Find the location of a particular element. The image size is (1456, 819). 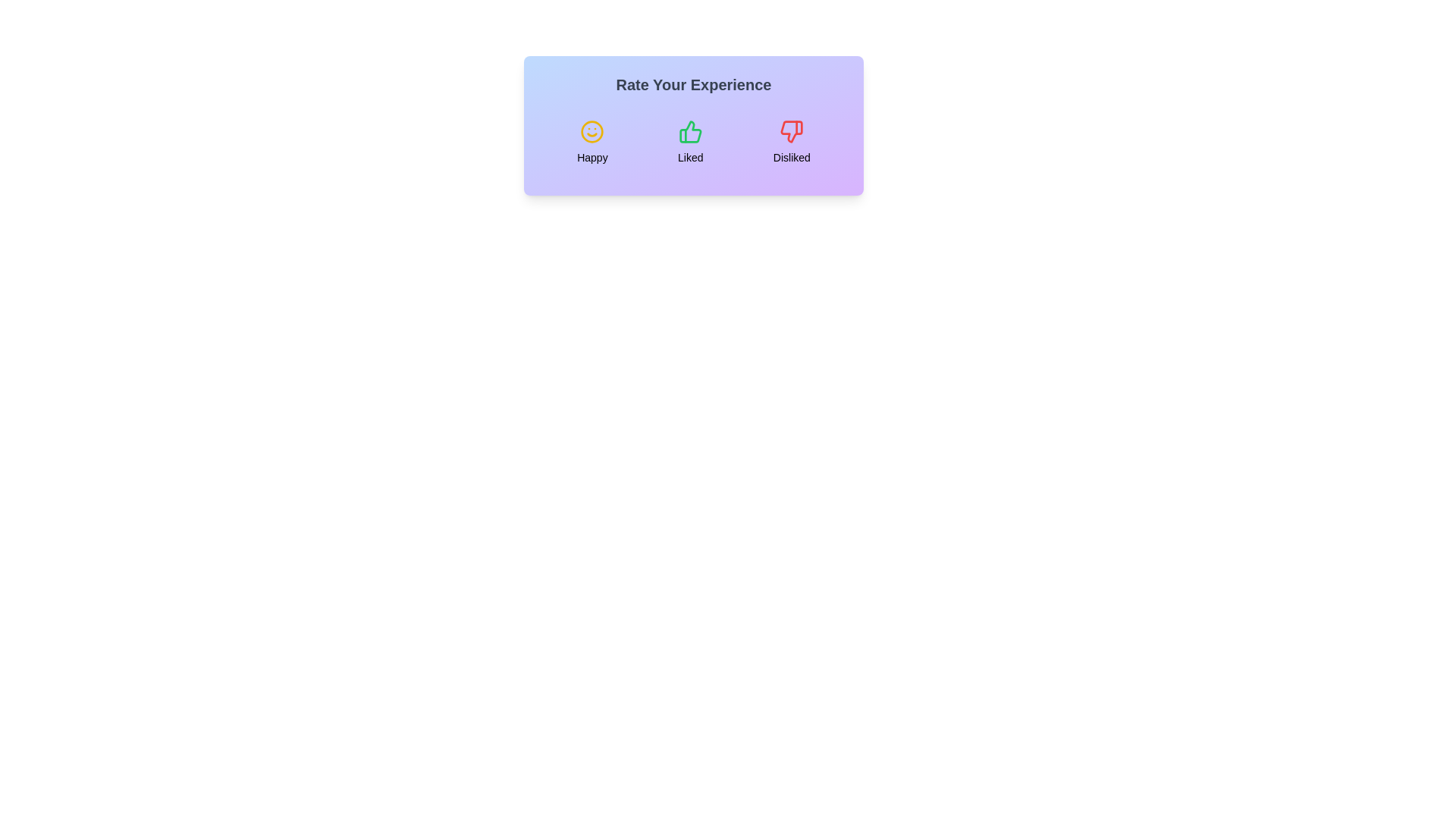

the SVG icon indicating a positive response or approval, located in the middle of three icons labeled 'Happy,' 'Liked,' and 'Disliked.' is located at coordinates (689, 130).